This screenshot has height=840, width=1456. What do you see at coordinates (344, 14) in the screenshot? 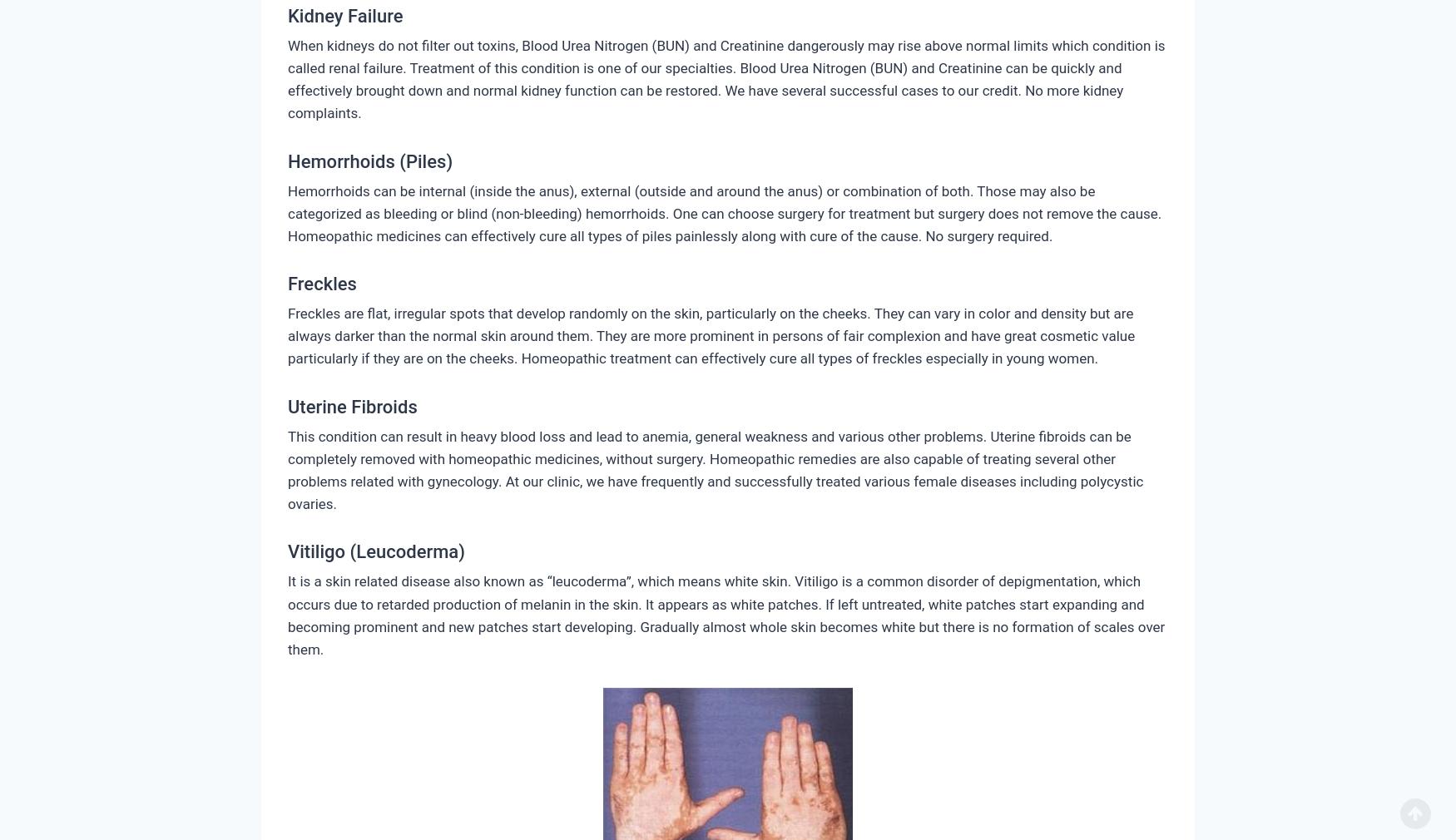
I see `'Kidney Failure'` at bounding box center [344, 14].